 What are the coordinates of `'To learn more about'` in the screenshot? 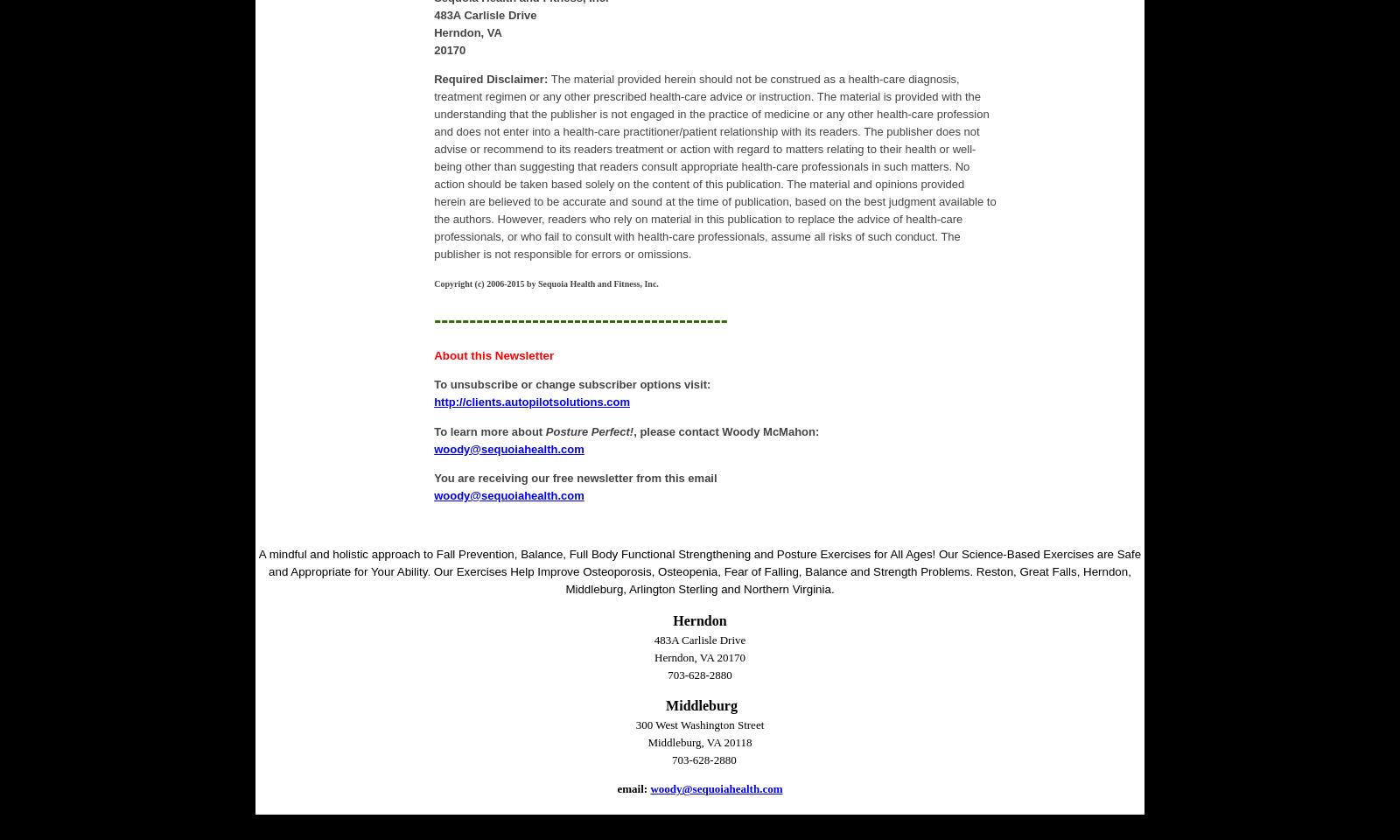 It's located at (488, 430).